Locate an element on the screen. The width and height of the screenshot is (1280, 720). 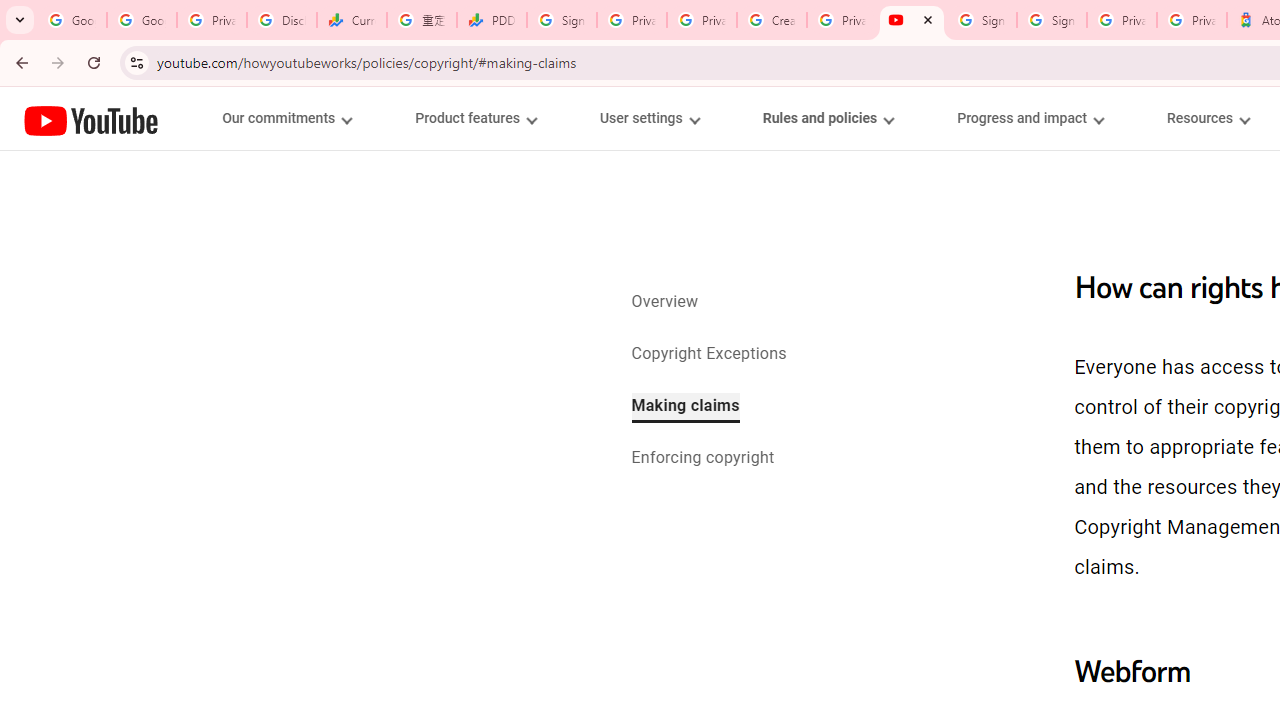
'Progress and impact menupopup' is located at coordinates (1030, 118).